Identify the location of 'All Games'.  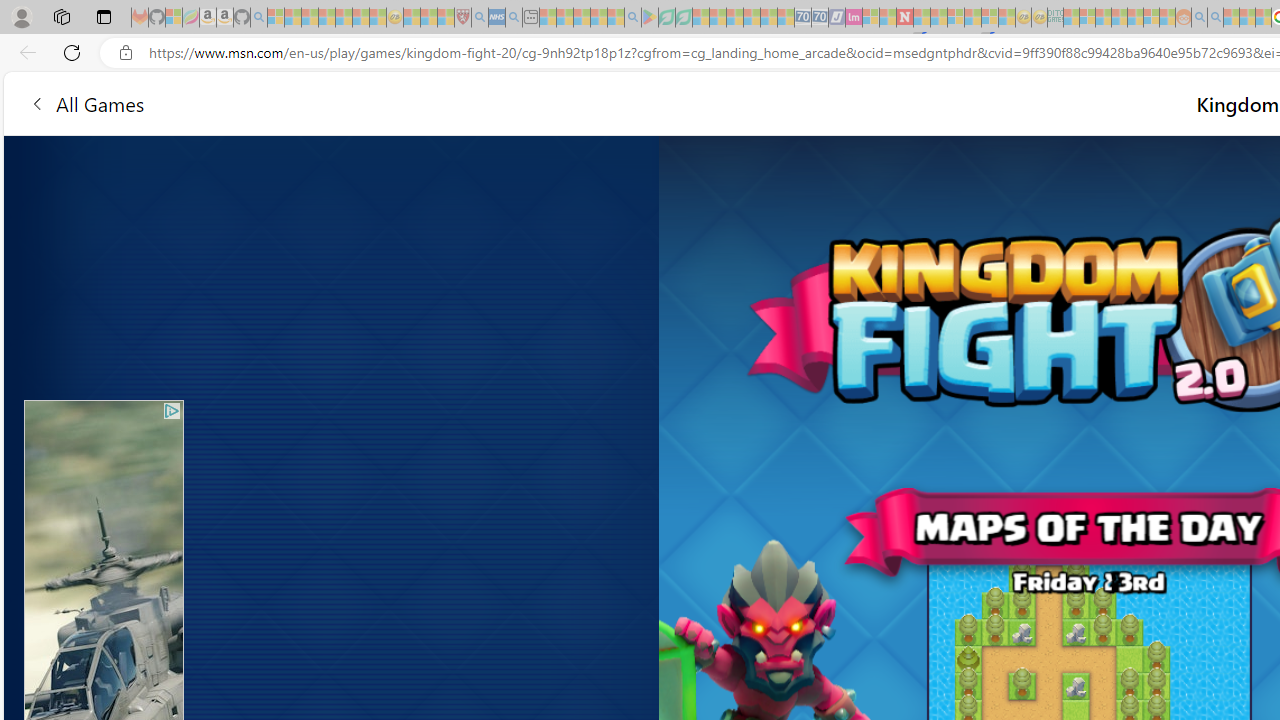
(85, 103).